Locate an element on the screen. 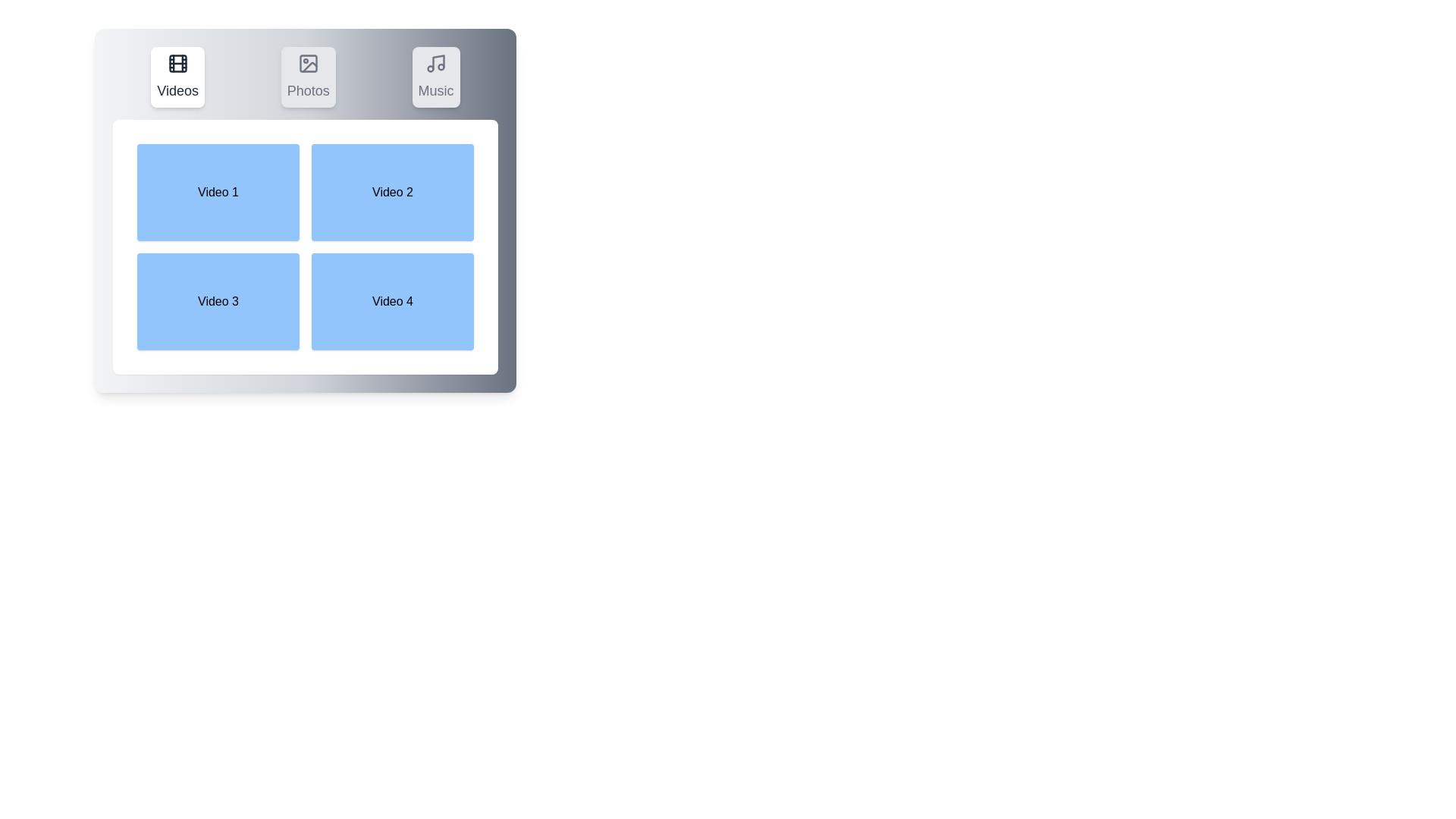  the video box labeled Video 2 is located at coordinates (393, 192).